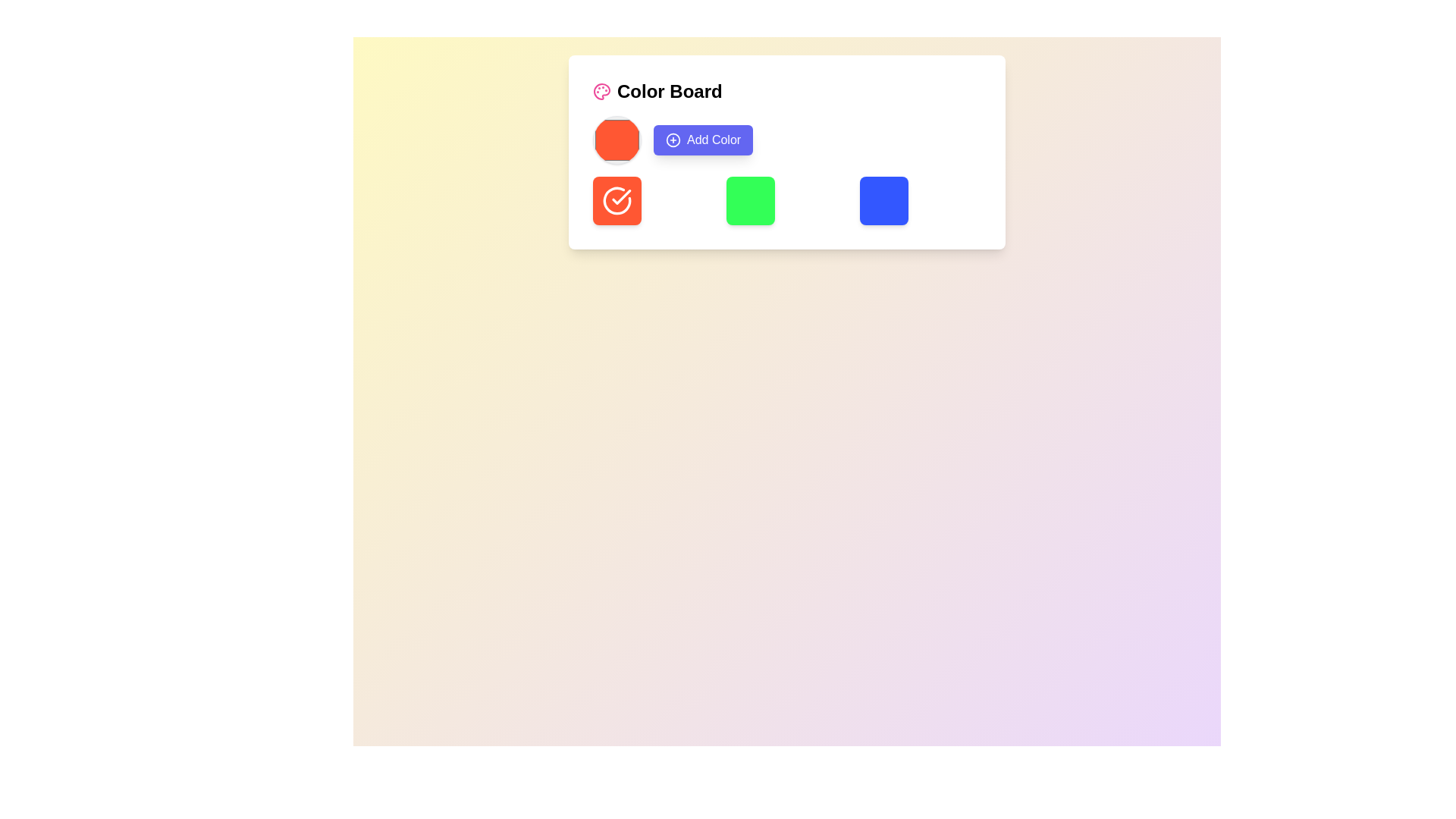 The image size is (1456, 819). Describe the element at coordinates (617, 200) in the screenshot. I see `the confirmation icon represented by a checkmark, located in the second square from the left below the 'Color Board' title` at that location.